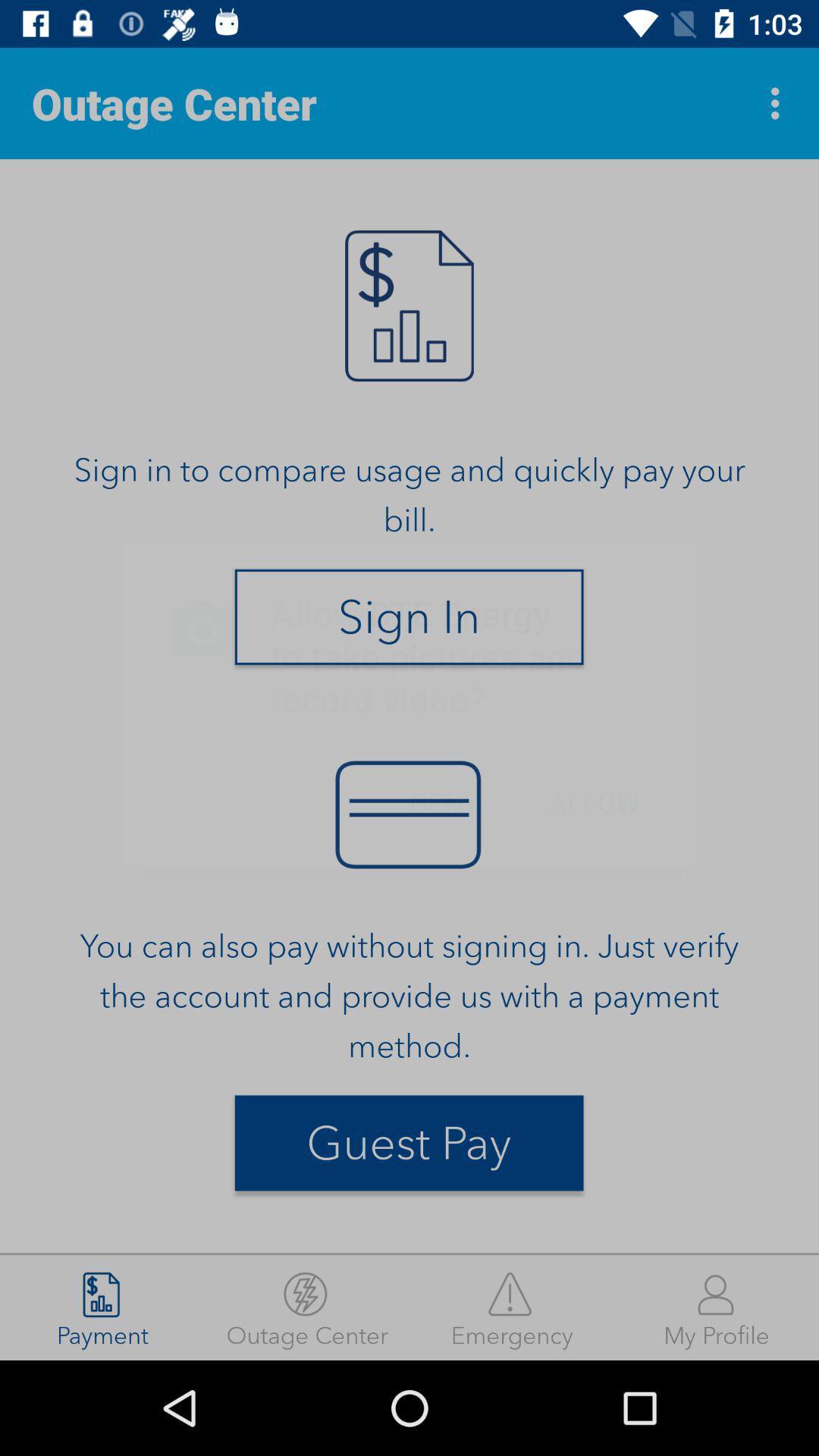 This screenshot has height=1456, width=819. What do you see at coordinates (717, 1307) in the screenshot?
I see `item to the right of the emergency` at bounding box center [717, 1307].